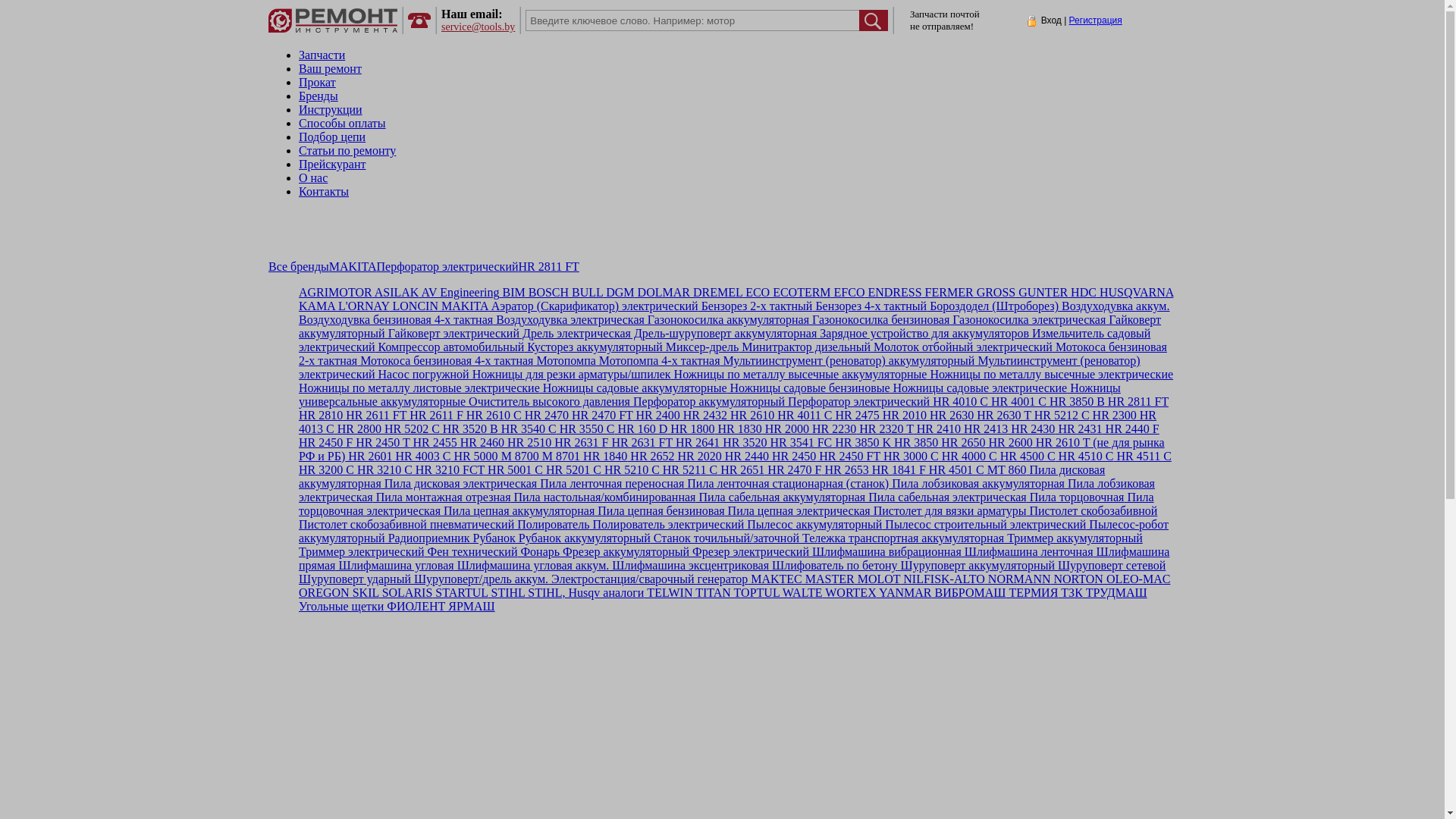  What do you see at coordinates (937, 442) in the screenshot?
I see `'HR 2650'` at bounding box center [937, 442].